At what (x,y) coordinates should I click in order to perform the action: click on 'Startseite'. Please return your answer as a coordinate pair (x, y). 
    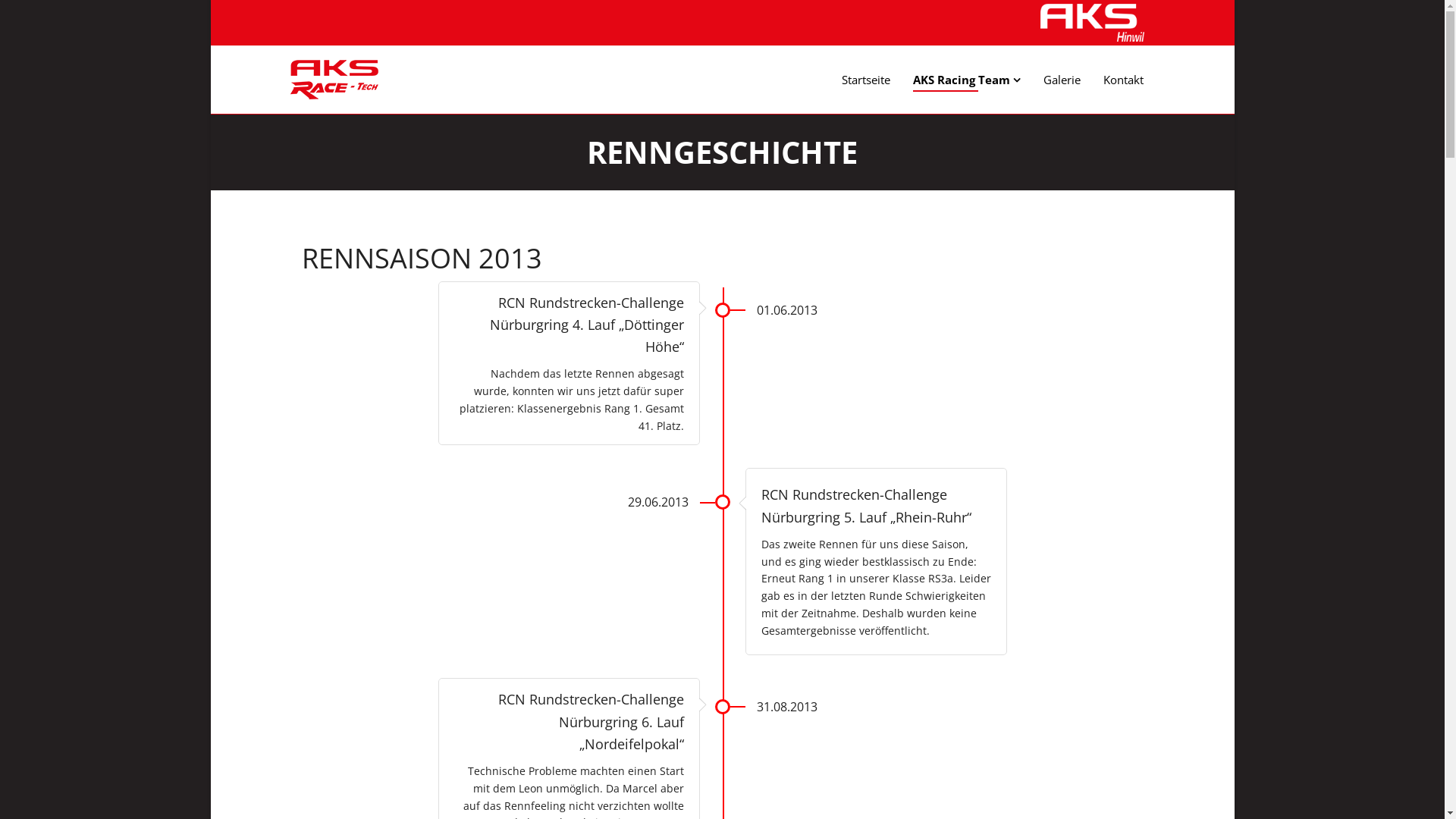
    Looking at the image, I should click on (829, 79).